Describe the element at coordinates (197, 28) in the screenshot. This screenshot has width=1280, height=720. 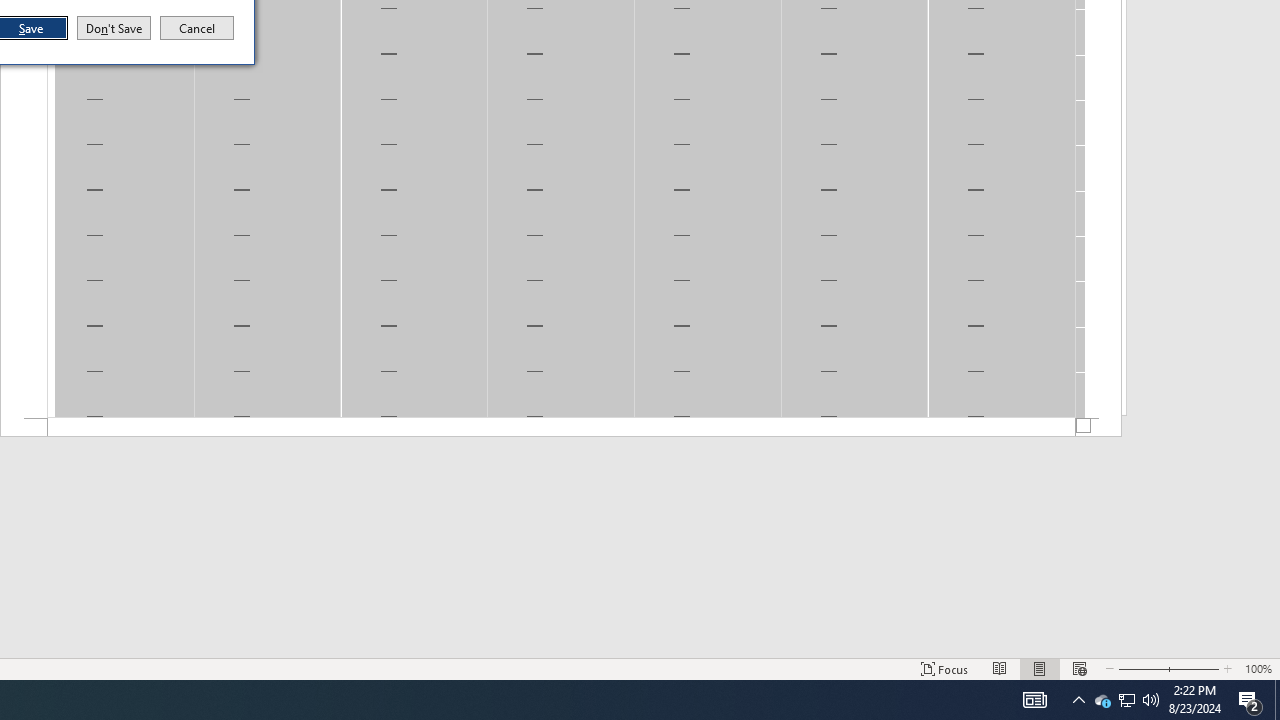
I see `'Cancel'` at that location.